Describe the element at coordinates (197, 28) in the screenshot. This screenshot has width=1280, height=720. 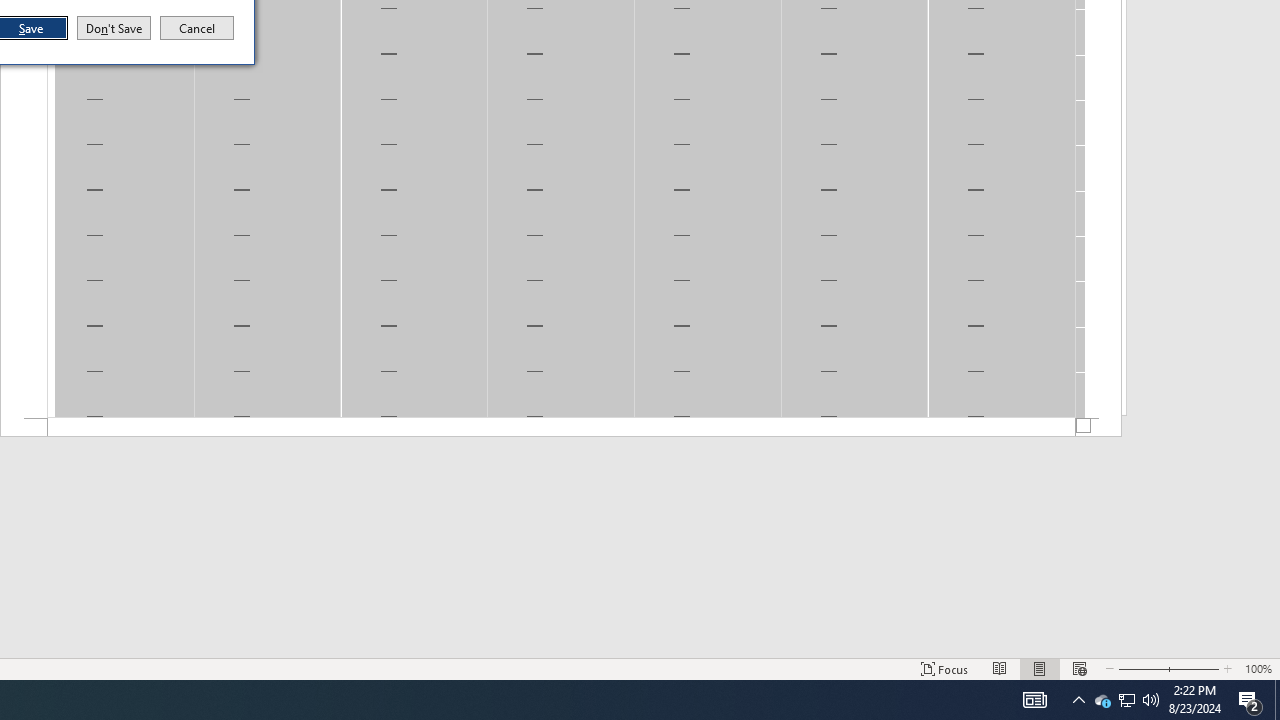
I see `'Cancel'` at that location.